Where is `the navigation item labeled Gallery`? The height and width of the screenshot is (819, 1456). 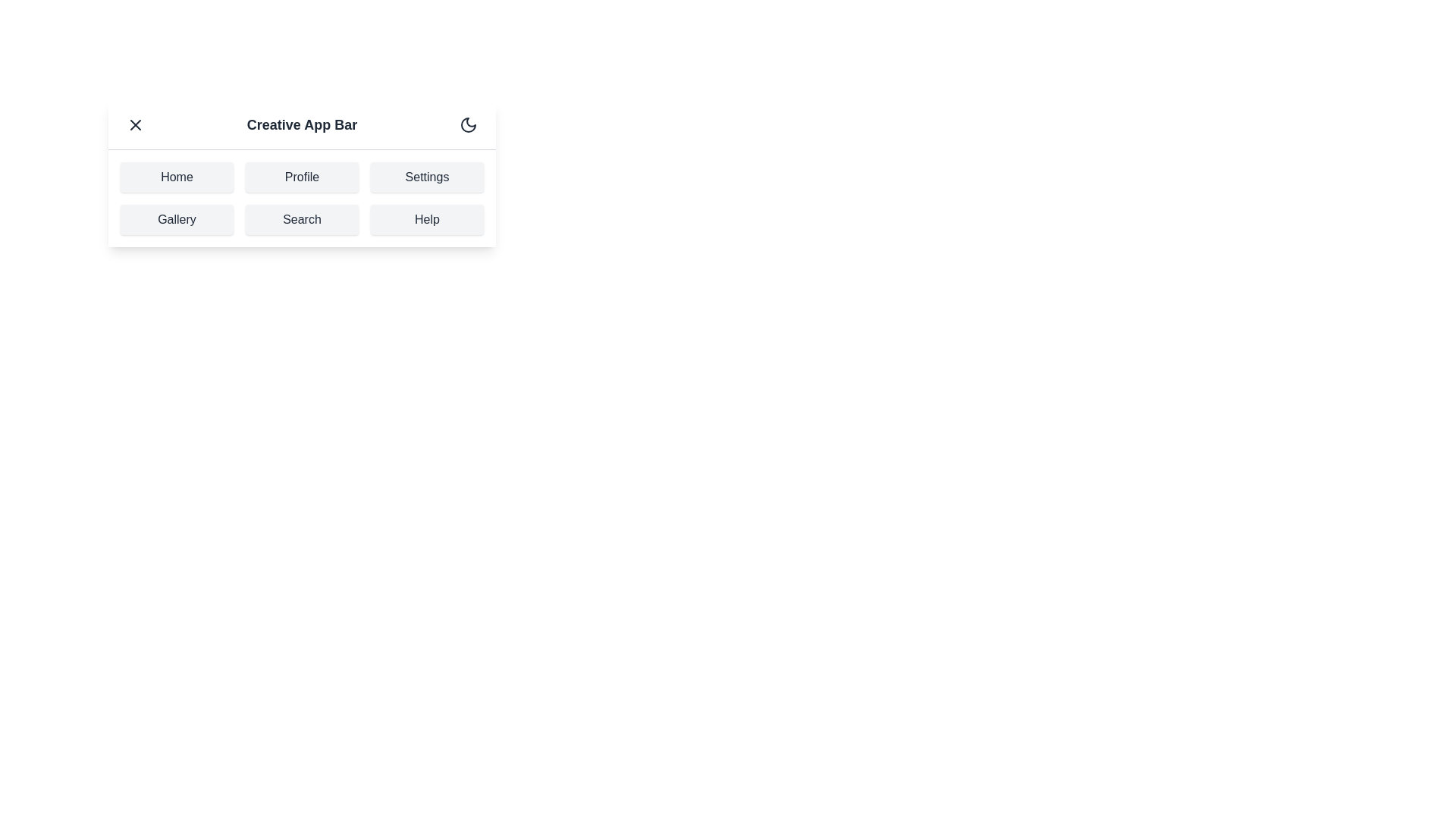
the navigation item labeled Gallery is located at coordinates (177, 219).